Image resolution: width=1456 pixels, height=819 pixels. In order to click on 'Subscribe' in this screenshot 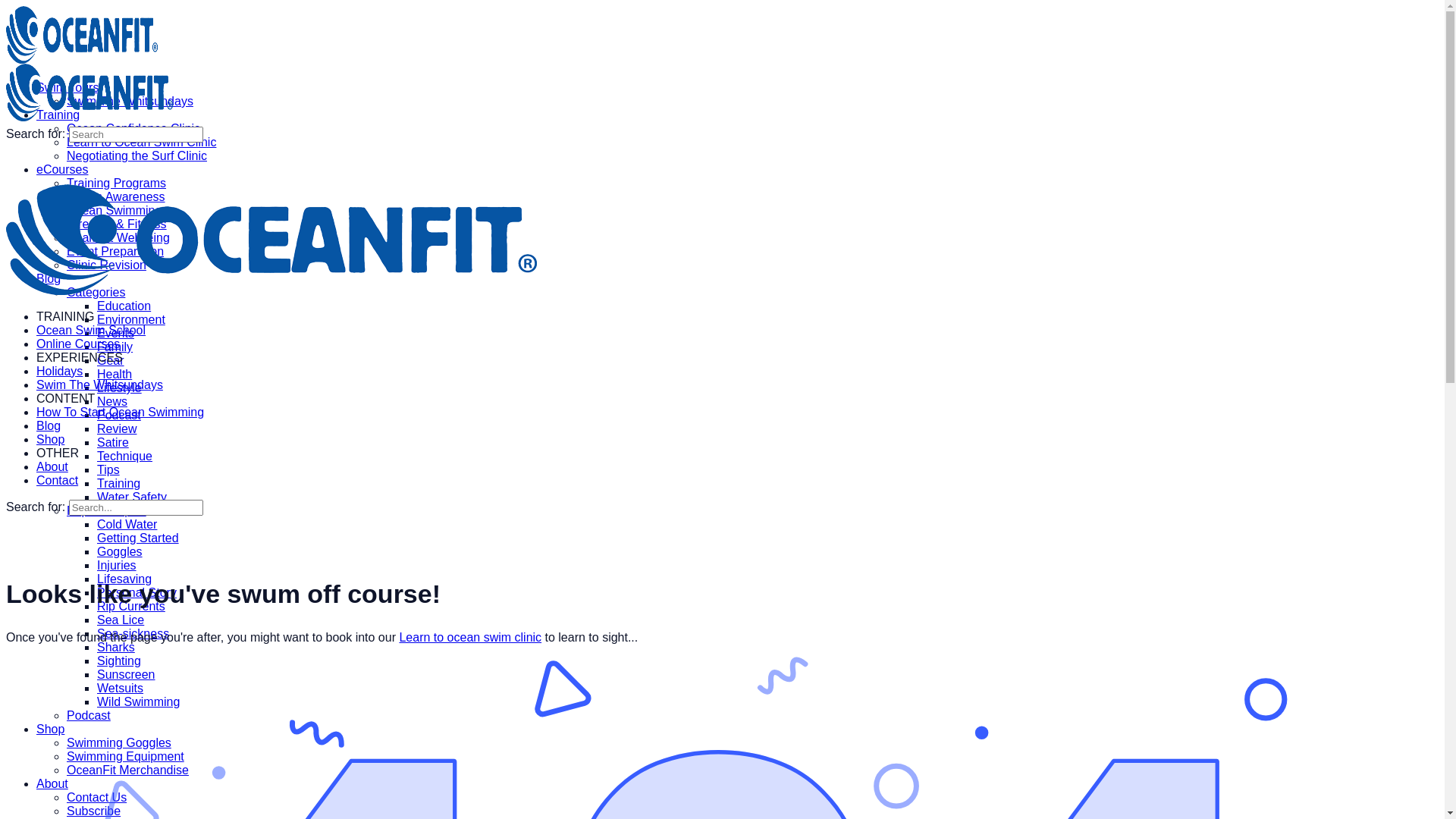, I will do `click(93, 810)`.